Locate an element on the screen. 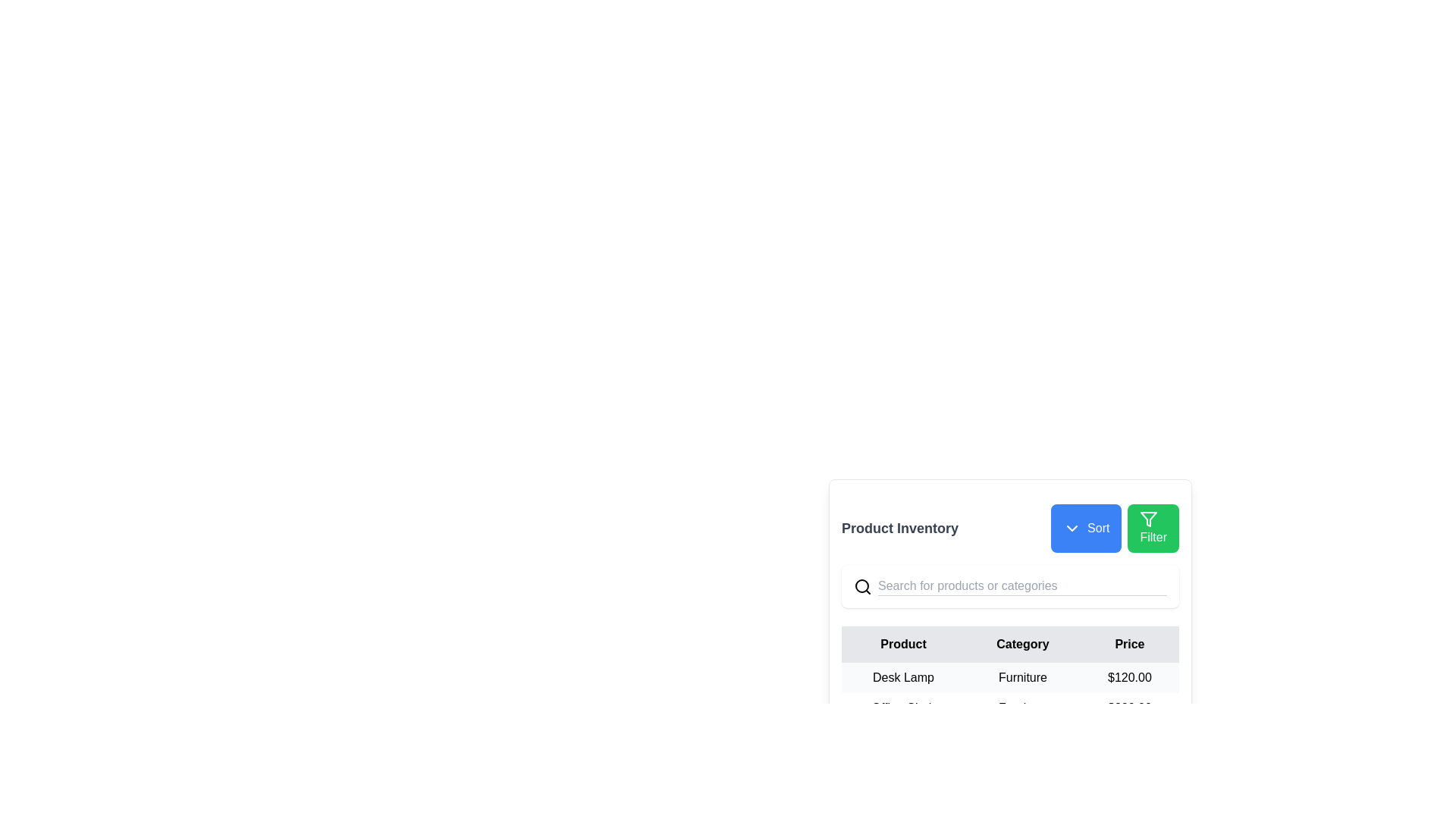  the Table Header Row containing the labels 'Product', 'Category', and 'Price', which is located below the search bar and serves as the first row of the table is located at coordinates (1010, 644).